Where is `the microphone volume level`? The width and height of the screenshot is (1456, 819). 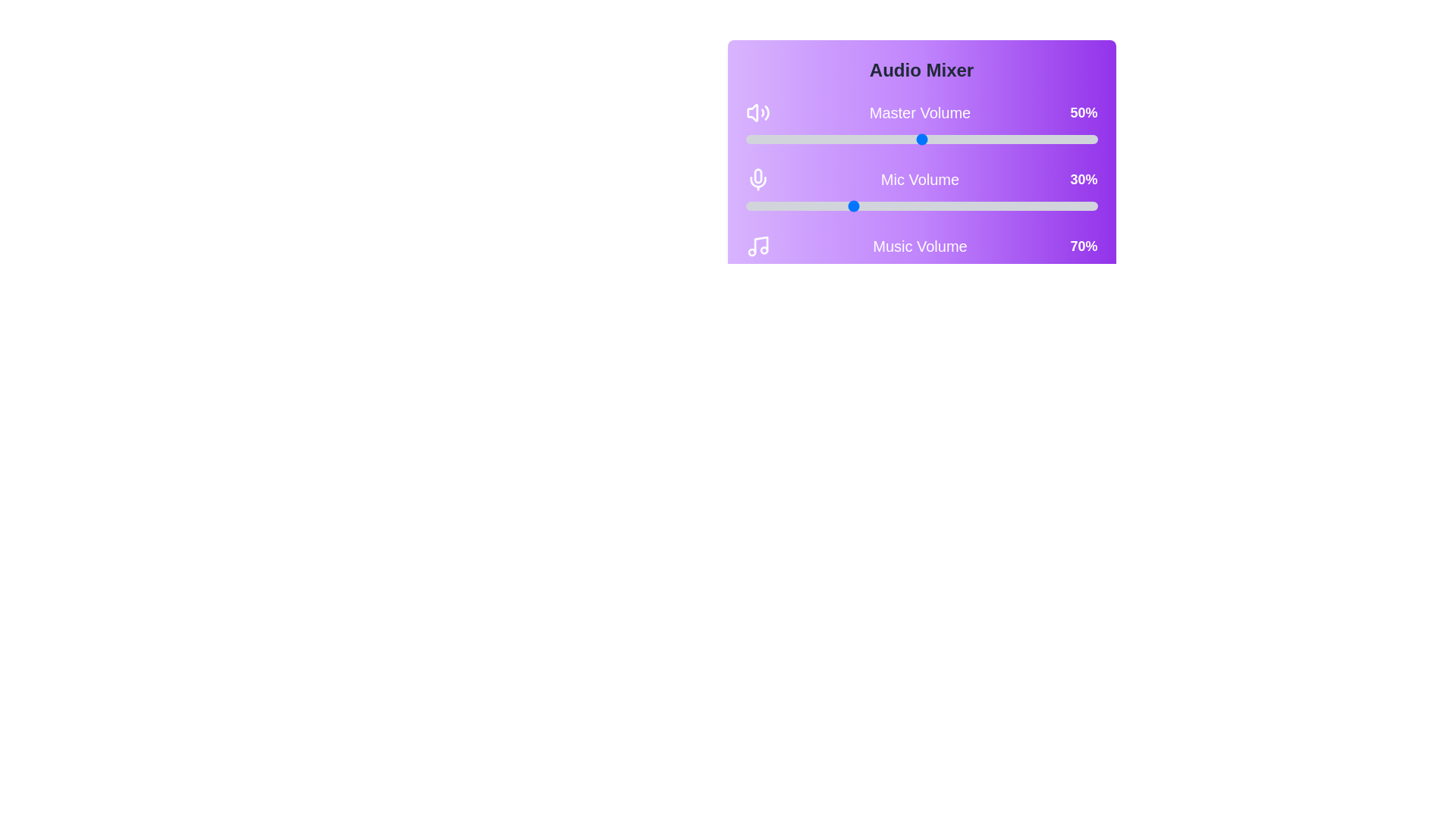
the microphone volume level is located at coordinates (1027, 206).